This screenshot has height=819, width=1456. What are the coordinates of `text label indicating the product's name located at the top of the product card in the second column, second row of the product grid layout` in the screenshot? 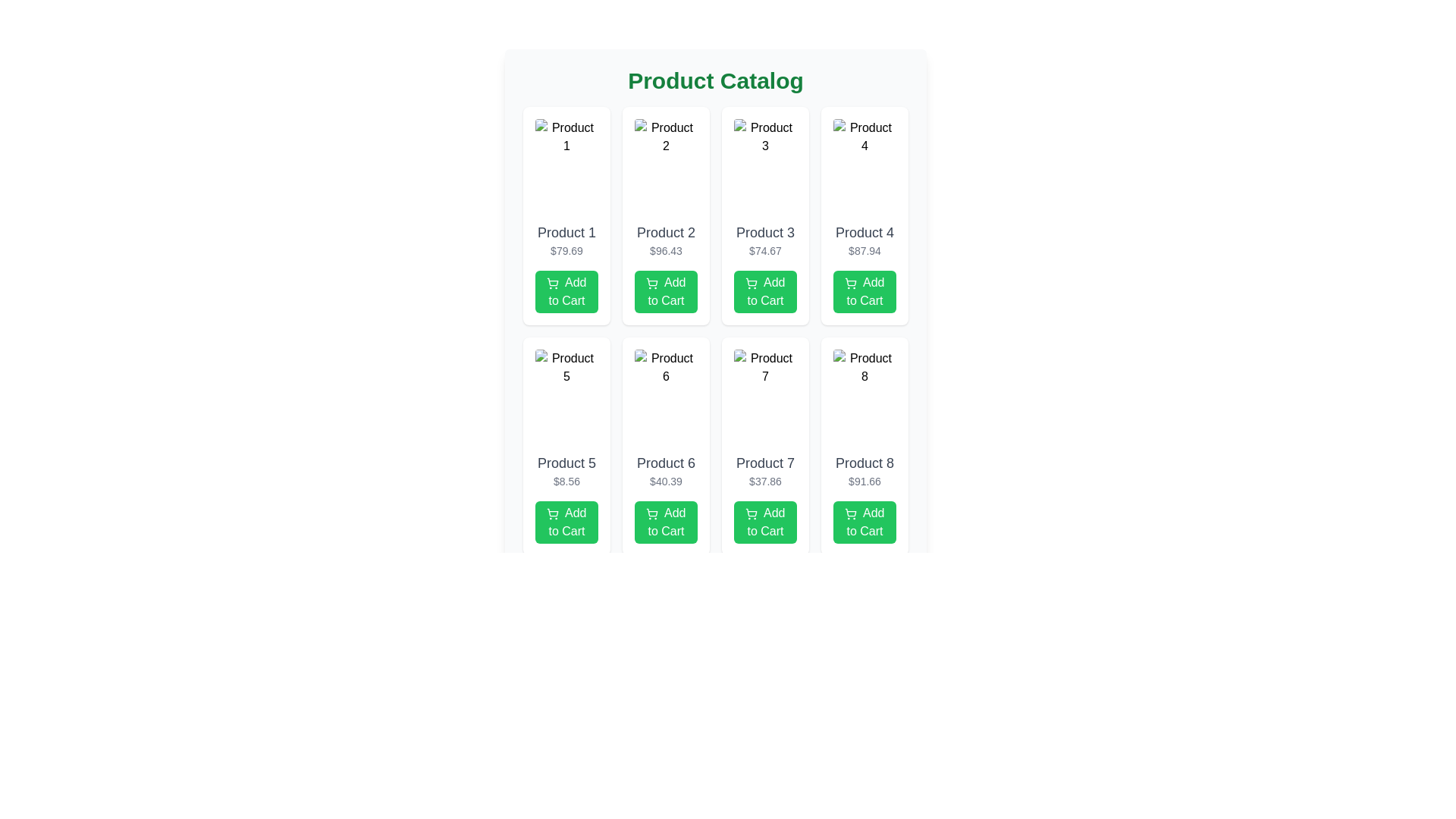 It's located at (666, 462).